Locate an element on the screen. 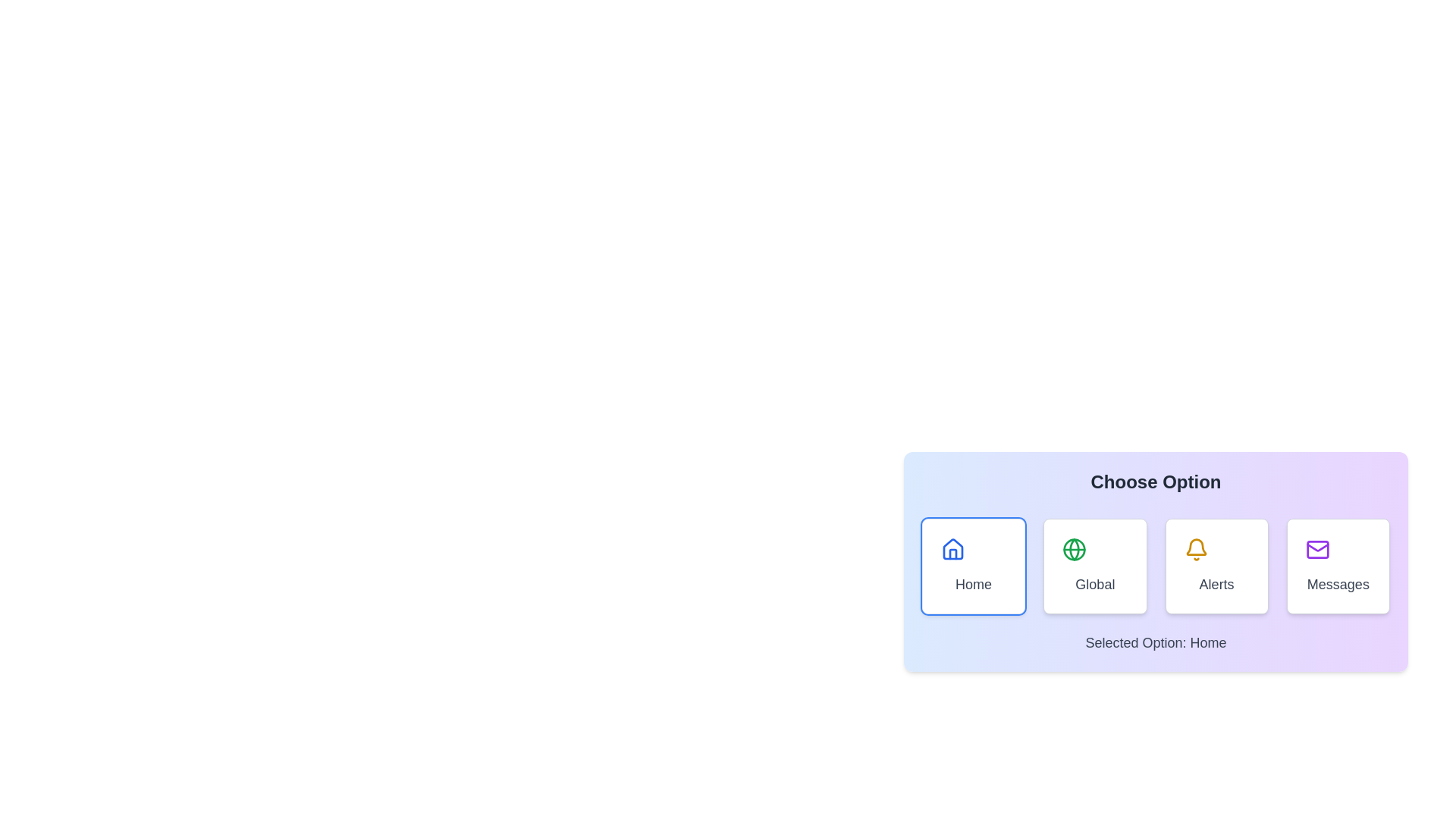 The height and width of the screenshot is (819, 1456). door element depicted within the house icon, located at the bottom-center of the icon on the leftmost side of the horizontal array of icons is located at coordinates (952, 554).